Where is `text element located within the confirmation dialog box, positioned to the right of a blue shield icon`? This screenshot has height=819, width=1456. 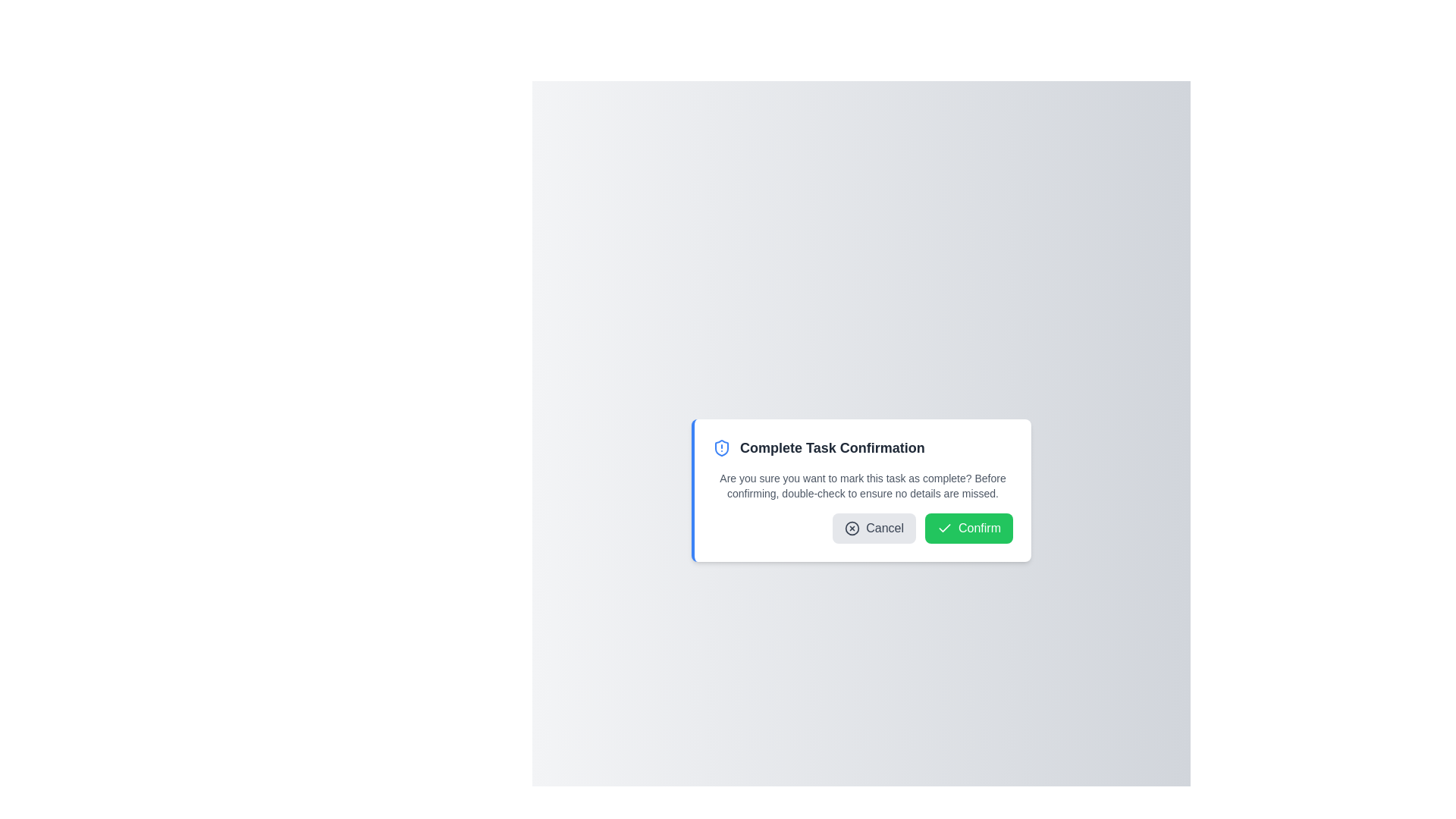
text element located within the confirmation dialog box, positioned to the right of a blue shield icon is located at coordinates (831, 447).